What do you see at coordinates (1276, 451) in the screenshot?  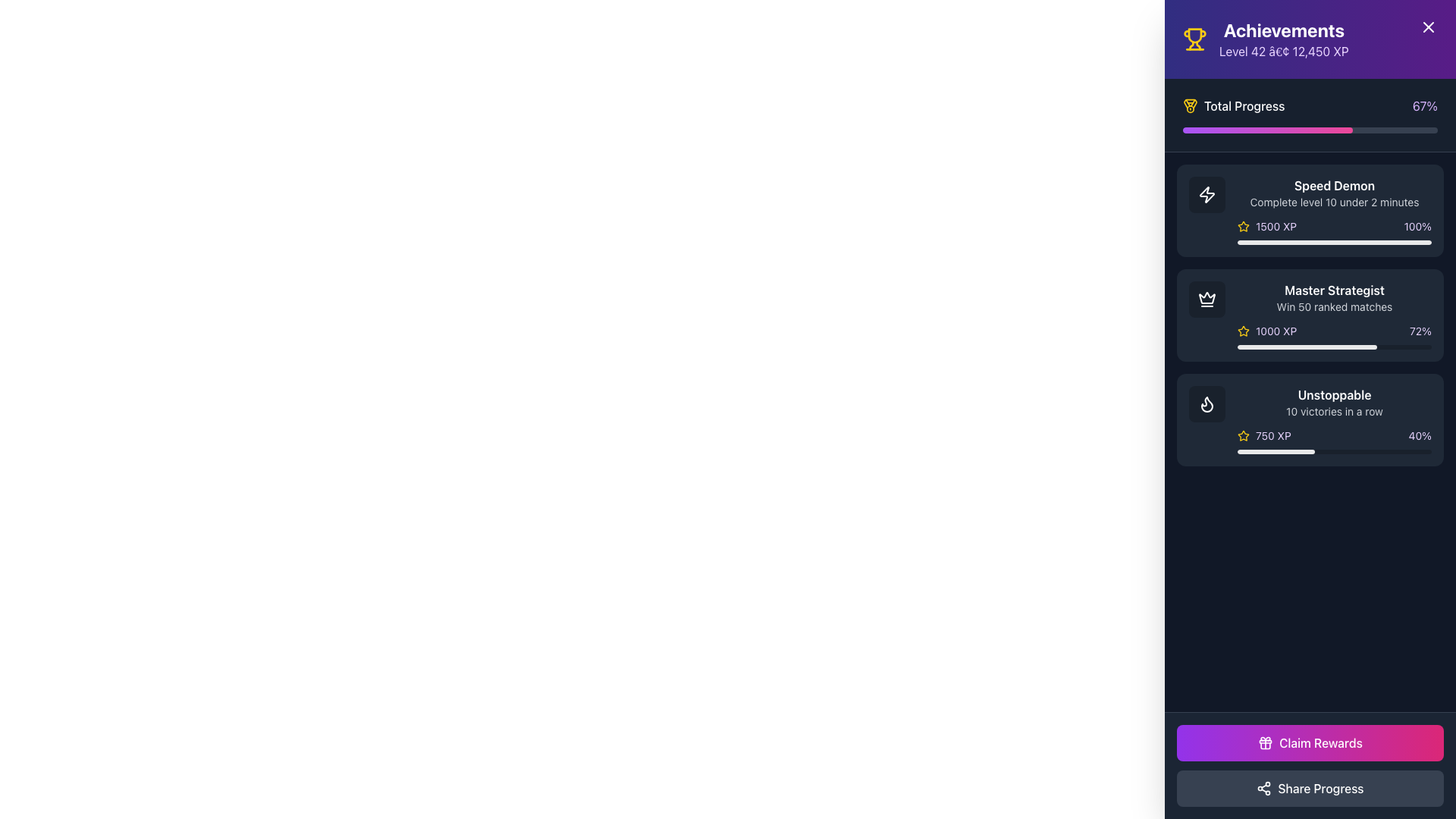 I see `the leftmost portion of the progress bar segment, which is a horizontally aligned progress bar filled partially with a light-gray background and a white-opaque foreground fill` at bounding box center [1276, 451].